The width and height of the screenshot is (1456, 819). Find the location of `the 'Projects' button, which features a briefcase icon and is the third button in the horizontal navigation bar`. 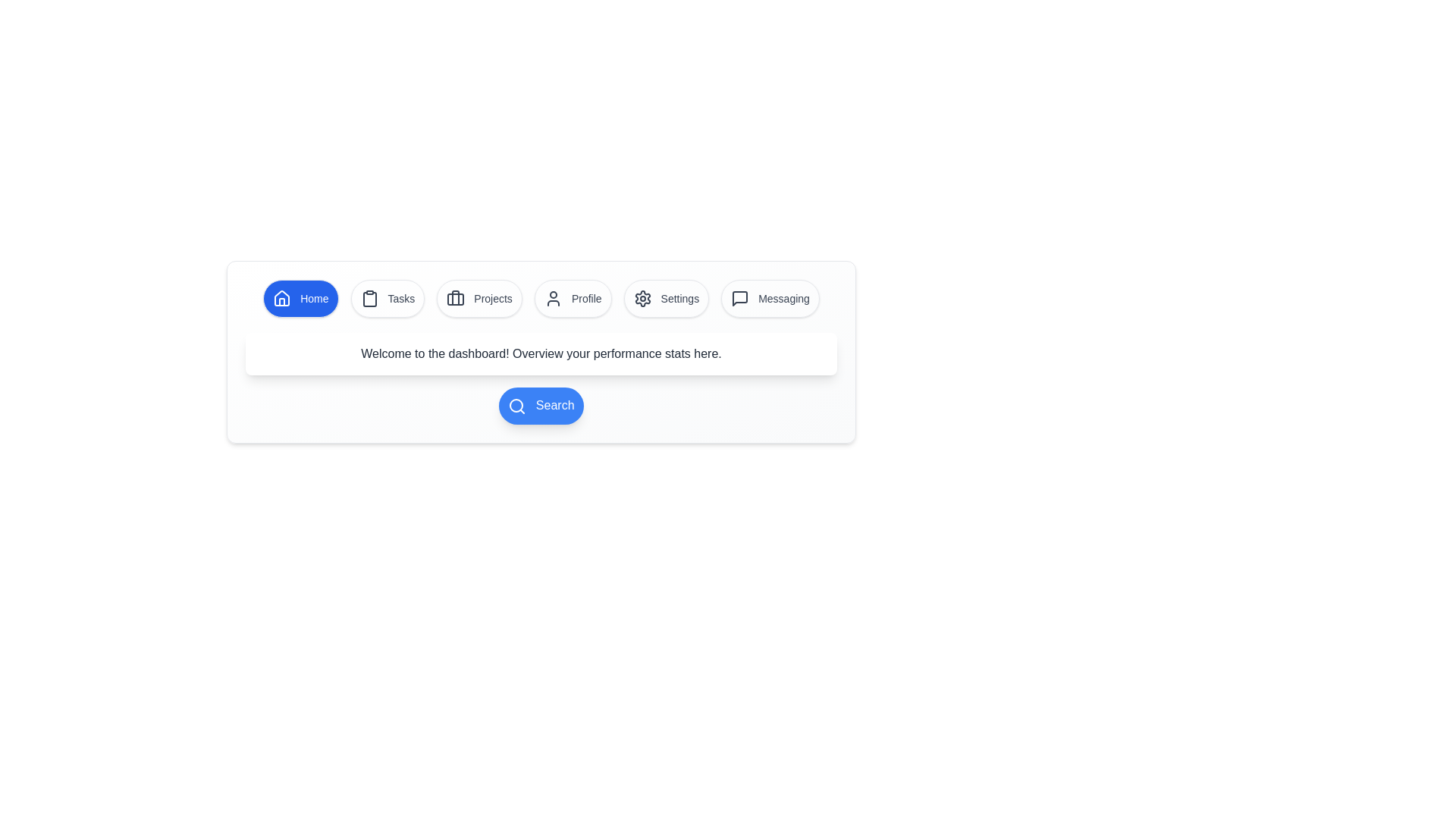

the 'Projects' button, which features a briefcase icon and is the third button in the horizontal navigation bar is located at coordinates (479, 298).